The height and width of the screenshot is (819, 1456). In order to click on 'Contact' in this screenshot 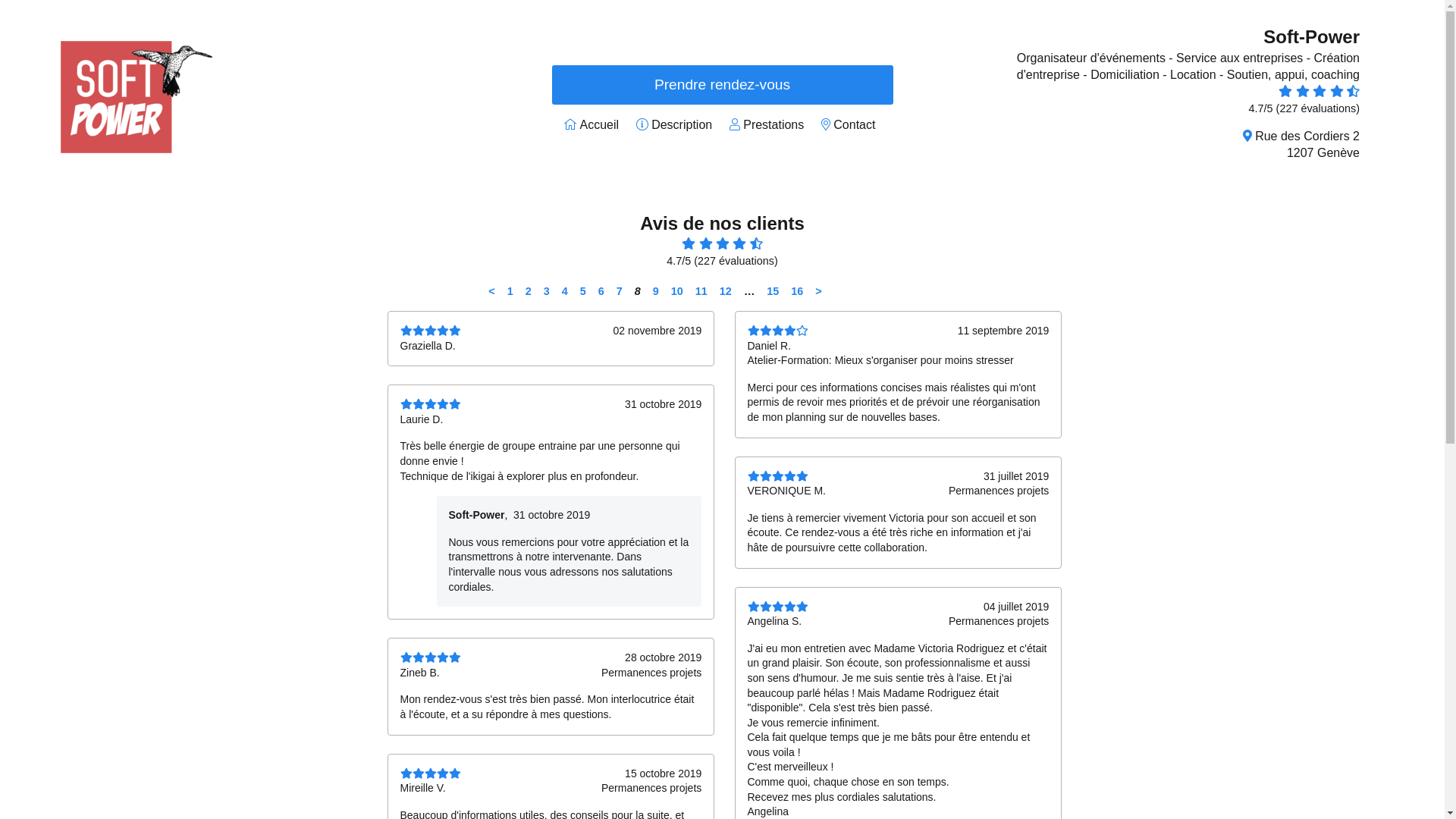, I will do `click(854, 124)`.